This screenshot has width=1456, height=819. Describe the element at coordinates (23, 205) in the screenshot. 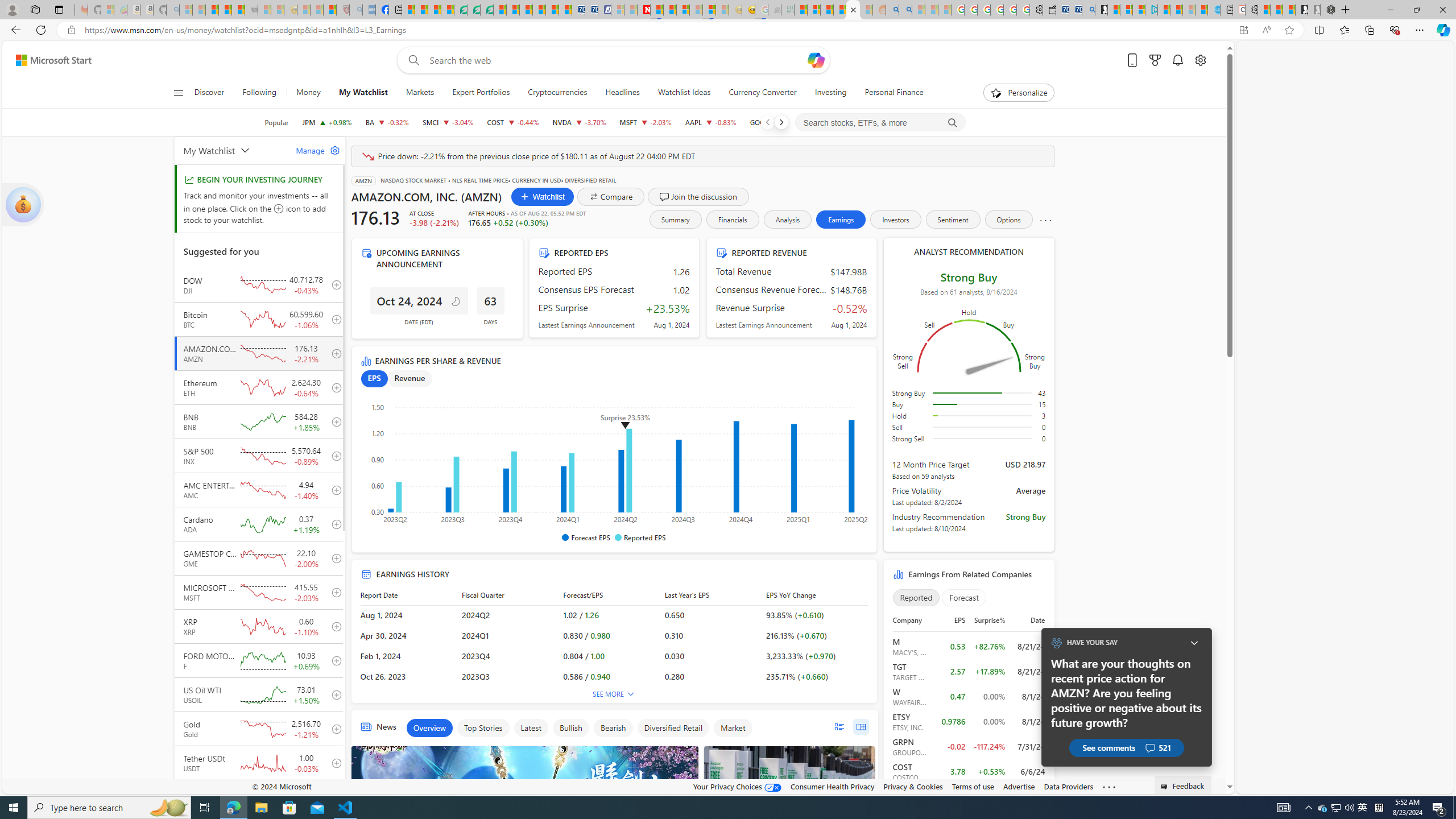

I see `'show card'` at that location.